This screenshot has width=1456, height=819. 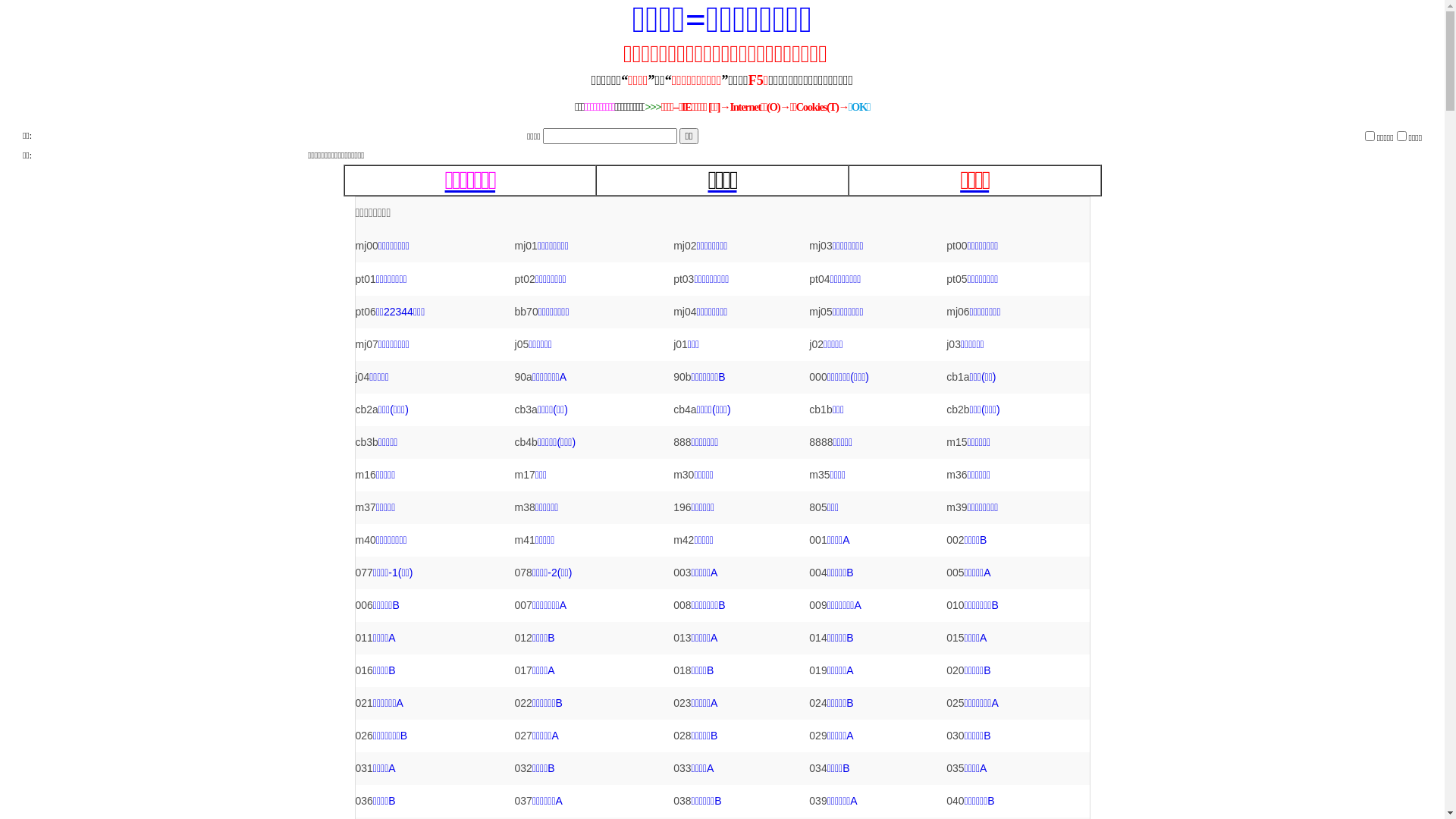 What do you see at coordinates (954, 669) in the screenshot?
I see `'020'` at bounding box center [954, 669].